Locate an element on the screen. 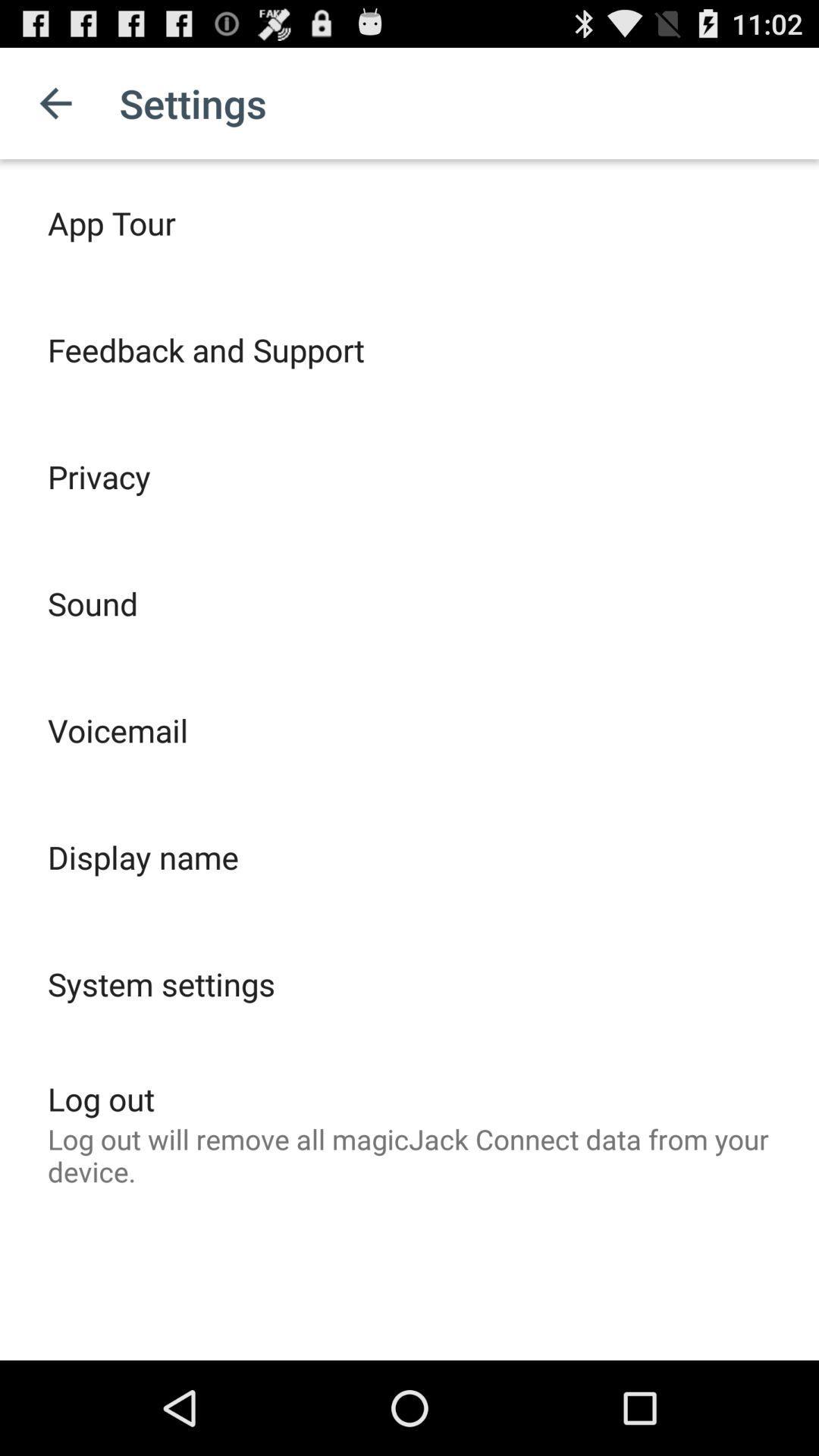  the privacy item is located at coordinates (99, 475).